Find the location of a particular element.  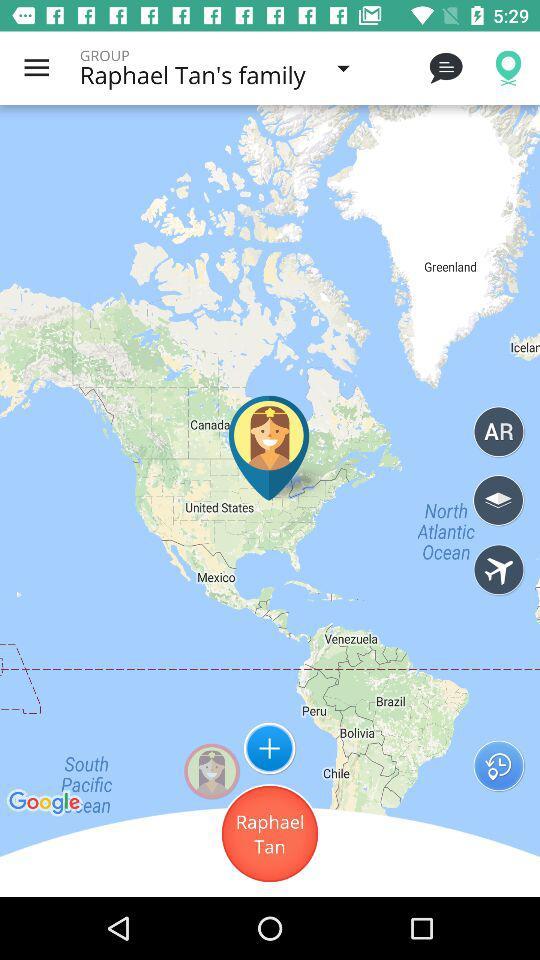

the icon to the right of the raphael tan icon is located at coordinates (497, 764).